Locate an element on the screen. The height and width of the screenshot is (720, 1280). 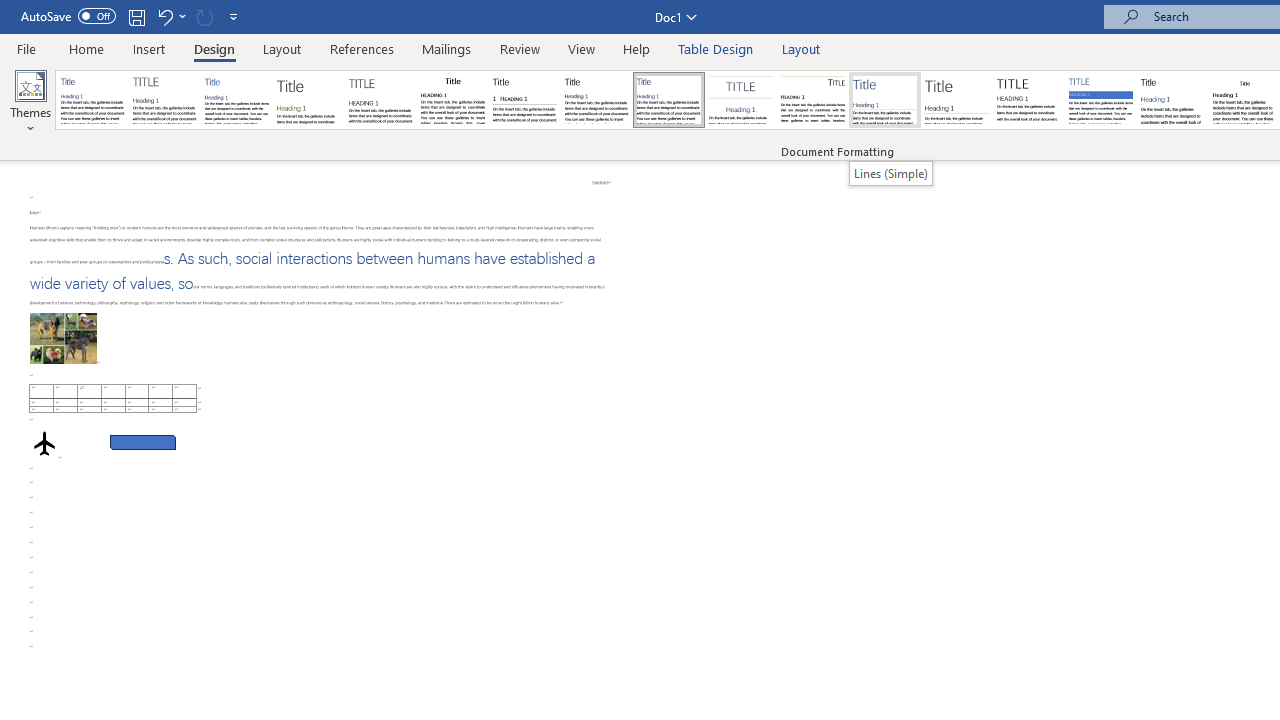
'Undo Apply Quick Style Set' is located at coordinates (170, 16).